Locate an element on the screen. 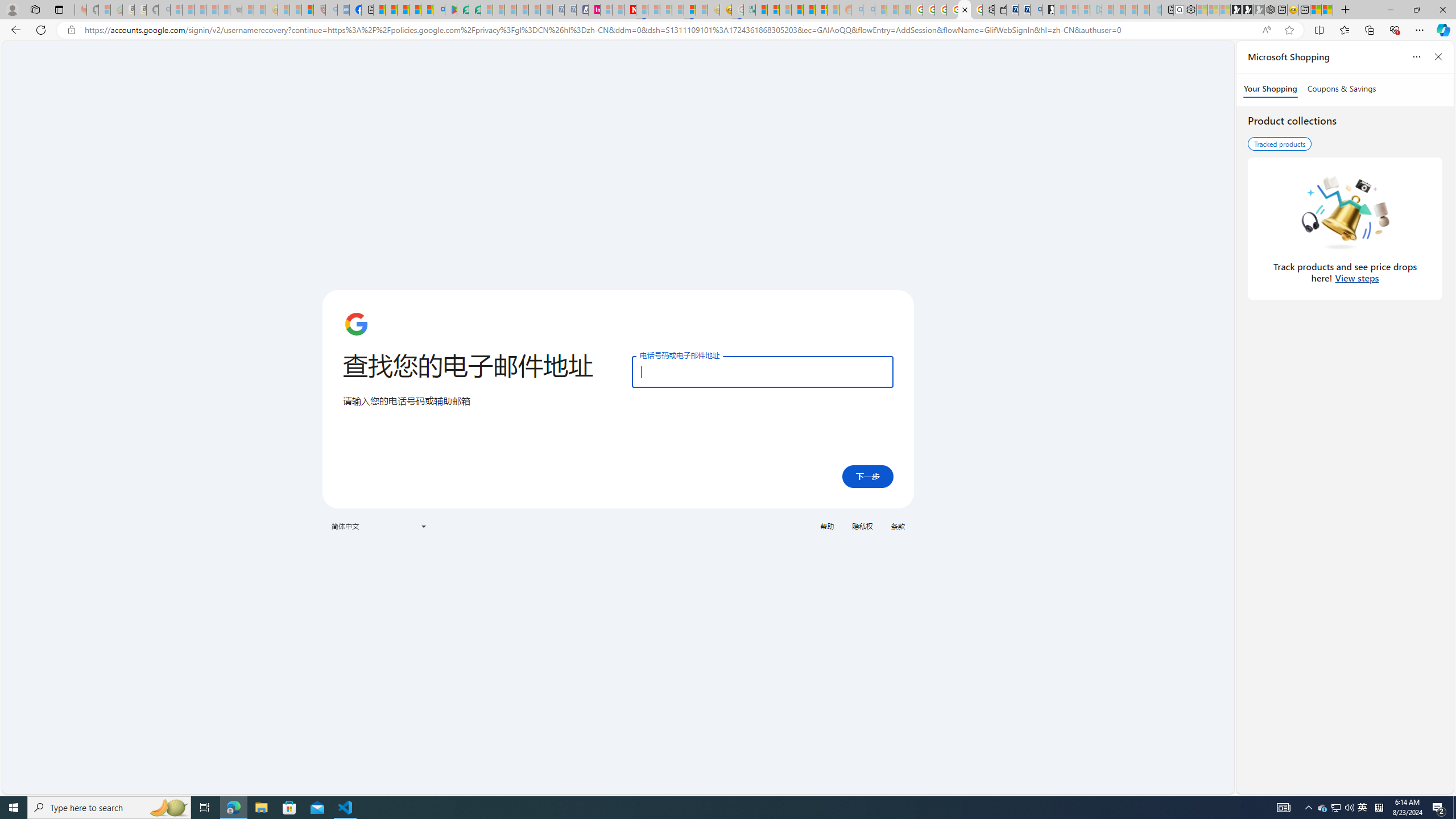  'Expert Portfolios' is located at coordinates (797, 9).